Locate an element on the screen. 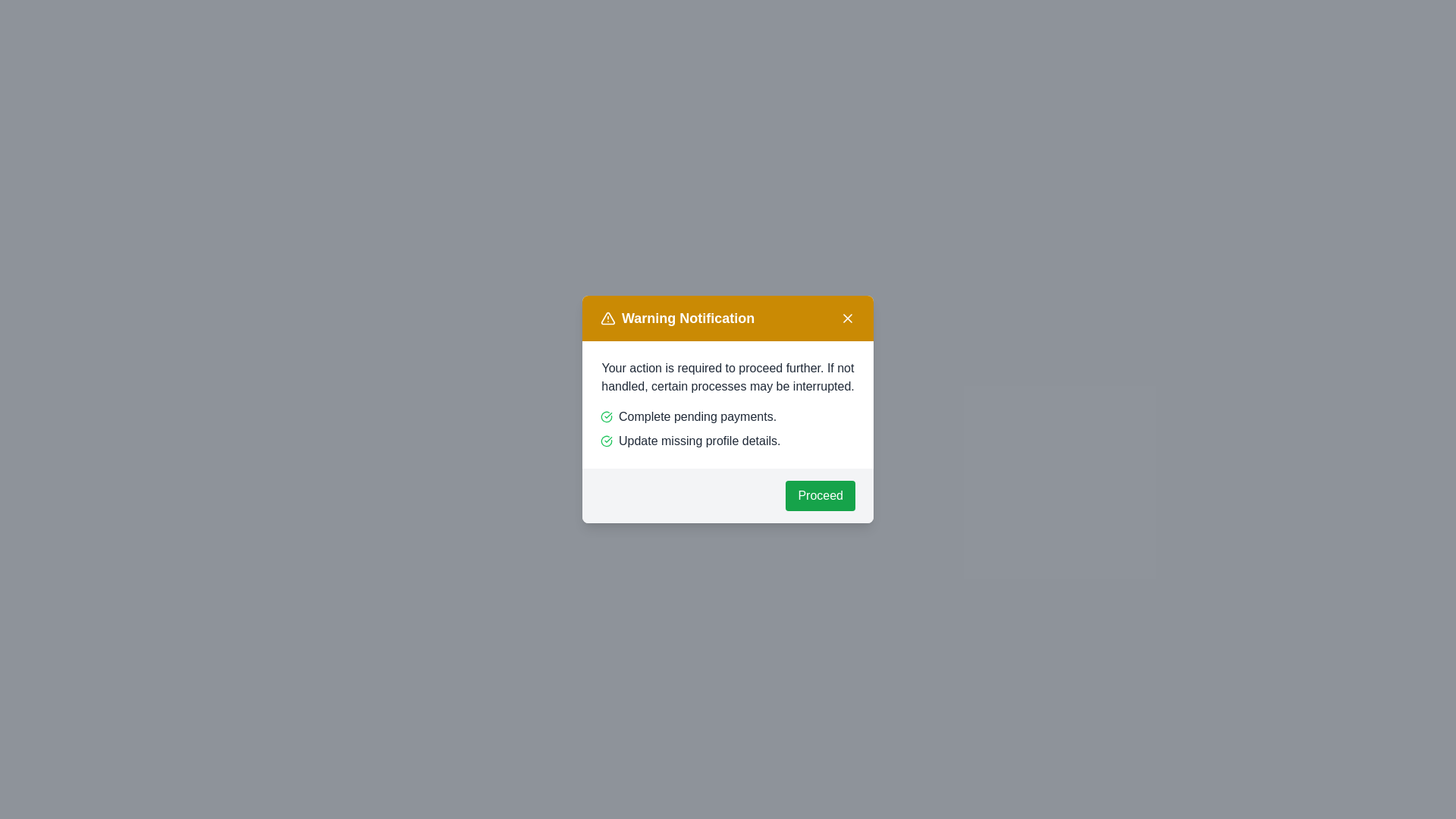 The height and width of the screenshot is (819, 1456). the triangular yellow-orange warning icon located in the header section of the notification modal, which is positioned to the left of the text label reading 'Warning Notification' is located at coordinates (607, 318).